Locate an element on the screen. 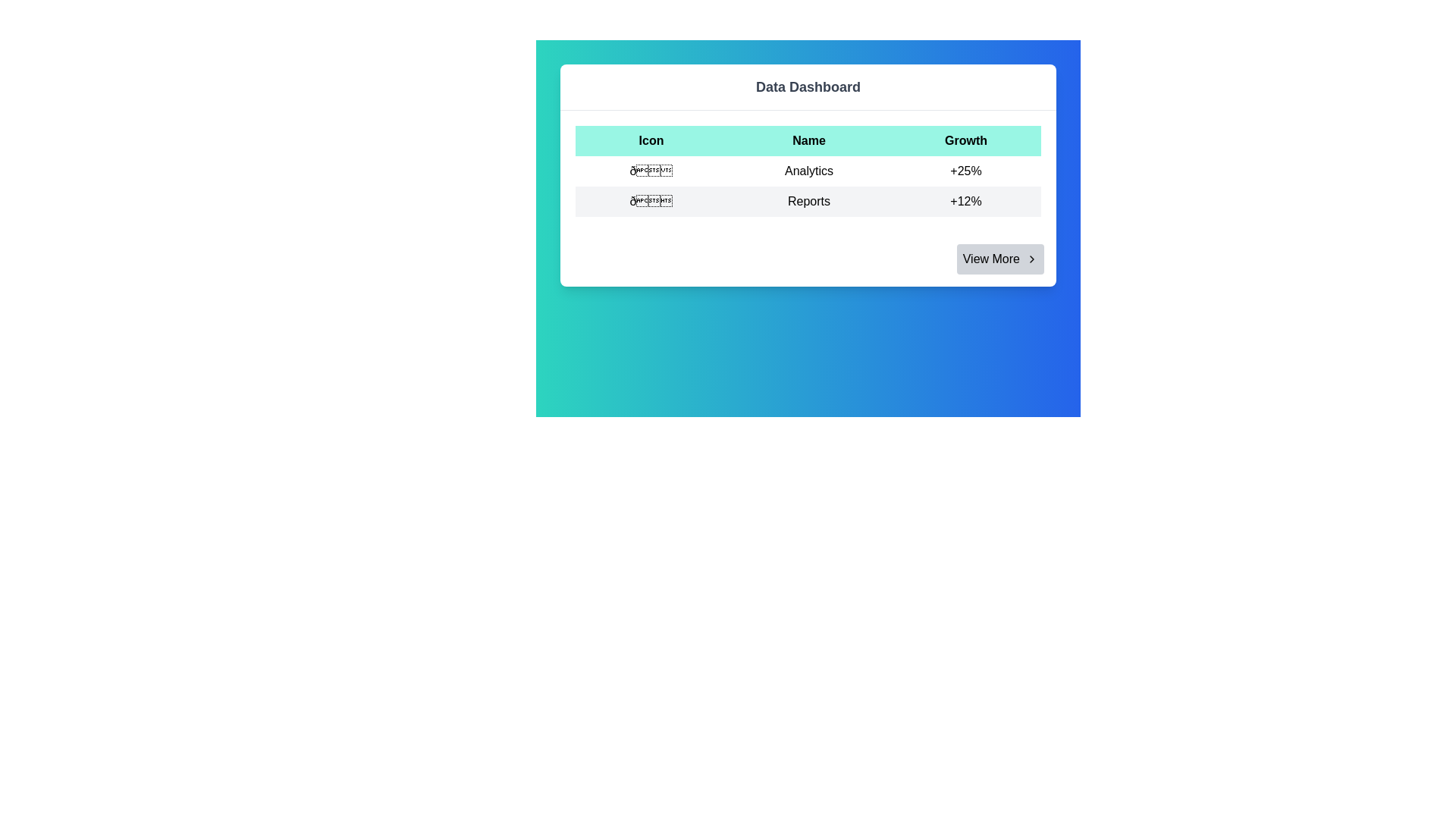 The image size is (1456, 819). the text label displaying 'Name' in bold black text on a light cyan background, which is the second header in a row of three, positioned between 'Icon' and 'Growth' is located at coordinates (808, 140).